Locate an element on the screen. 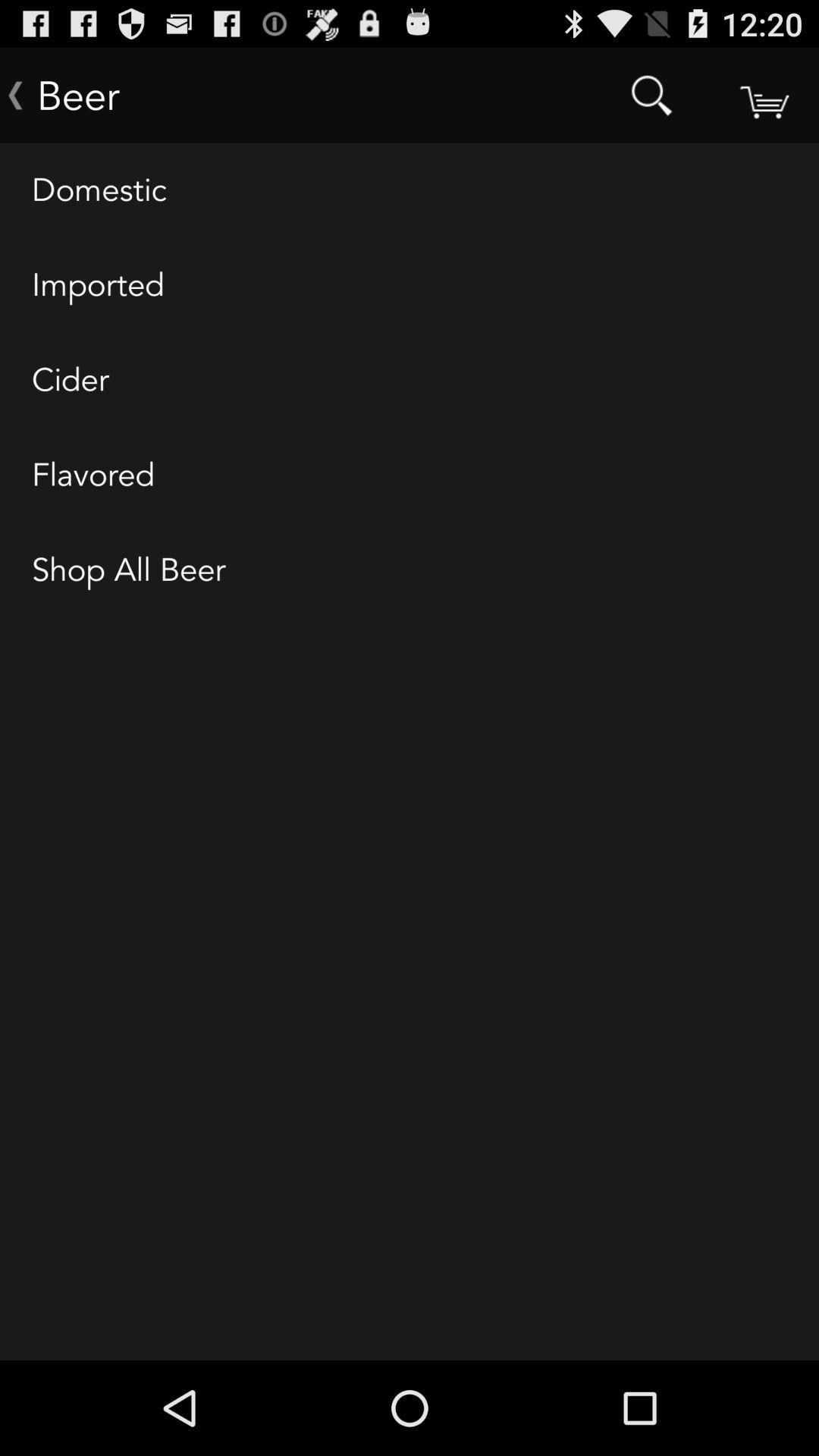  the item above flavored is located at coordinates (409, 381).